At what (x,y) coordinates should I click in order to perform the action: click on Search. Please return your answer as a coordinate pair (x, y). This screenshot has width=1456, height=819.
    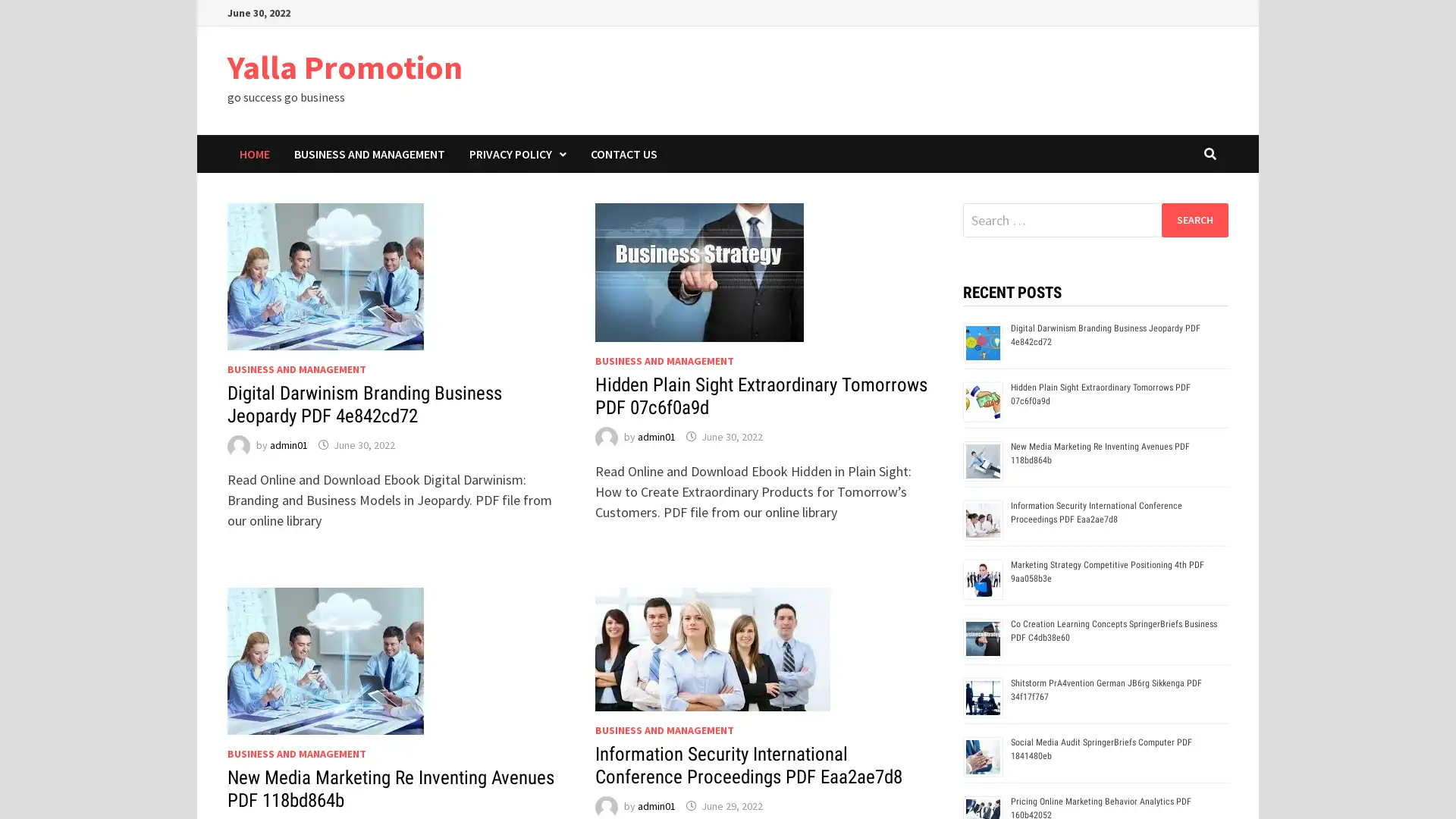
    Looking at the image, I should click on (1194, 219).